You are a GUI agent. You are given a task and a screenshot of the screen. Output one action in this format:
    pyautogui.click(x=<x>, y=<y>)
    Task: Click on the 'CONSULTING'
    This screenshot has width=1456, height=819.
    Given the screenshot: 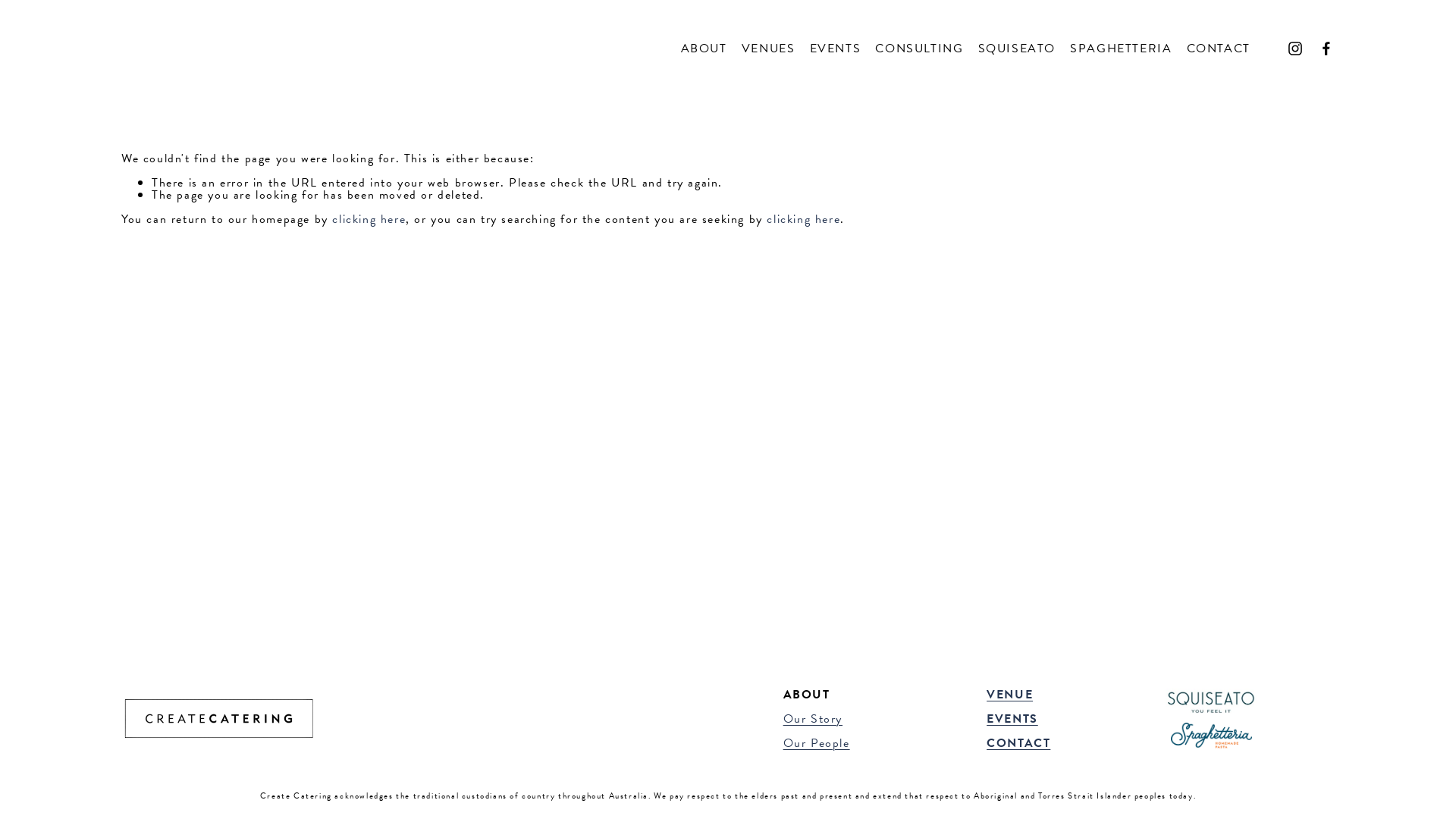 What is the action you would take?
    pyautogui.click(x=918, y=47)
    